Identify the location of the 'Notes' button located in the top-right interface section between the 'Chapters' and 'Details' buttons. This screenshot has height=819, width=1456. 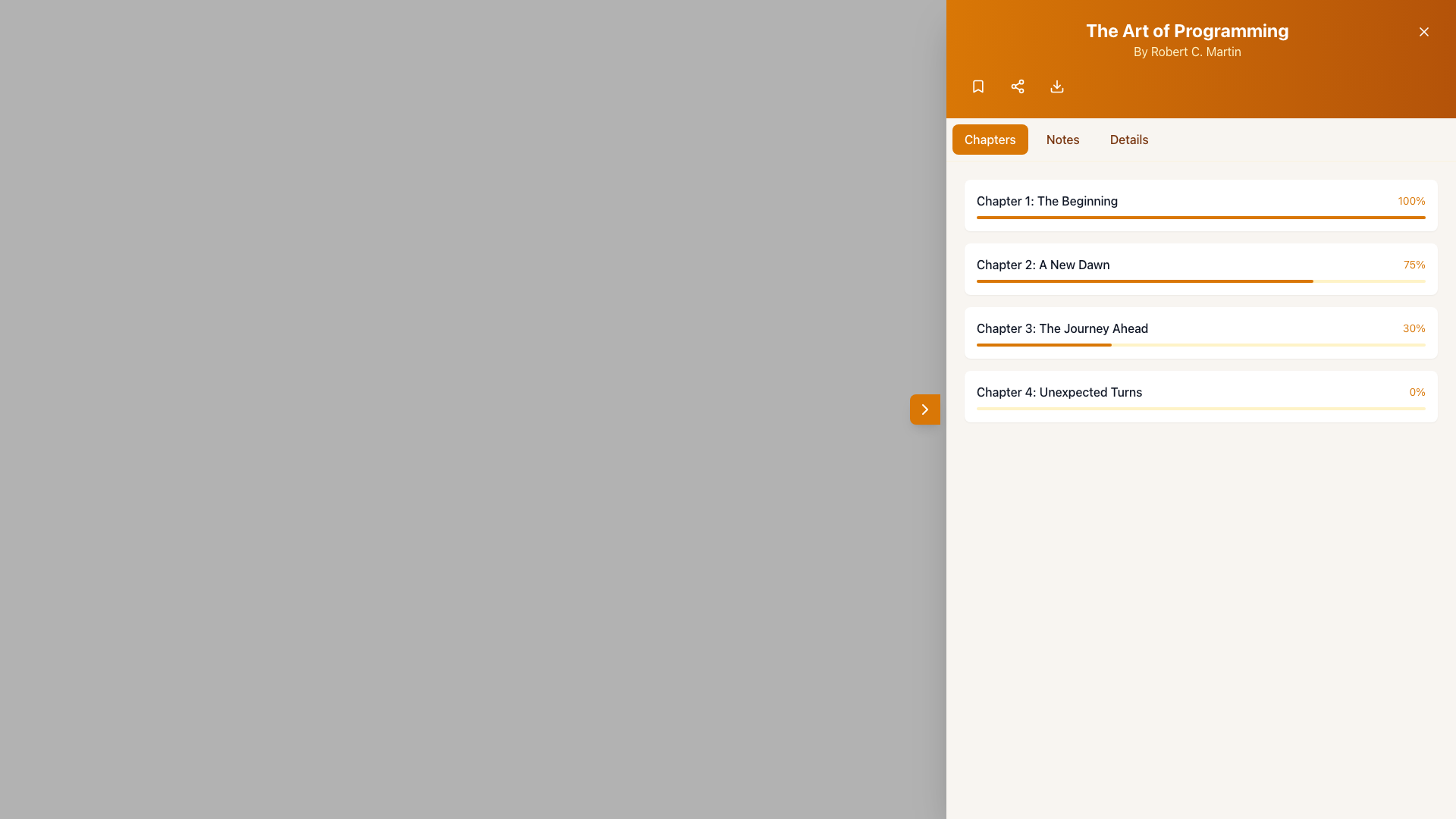
(1062, 140).